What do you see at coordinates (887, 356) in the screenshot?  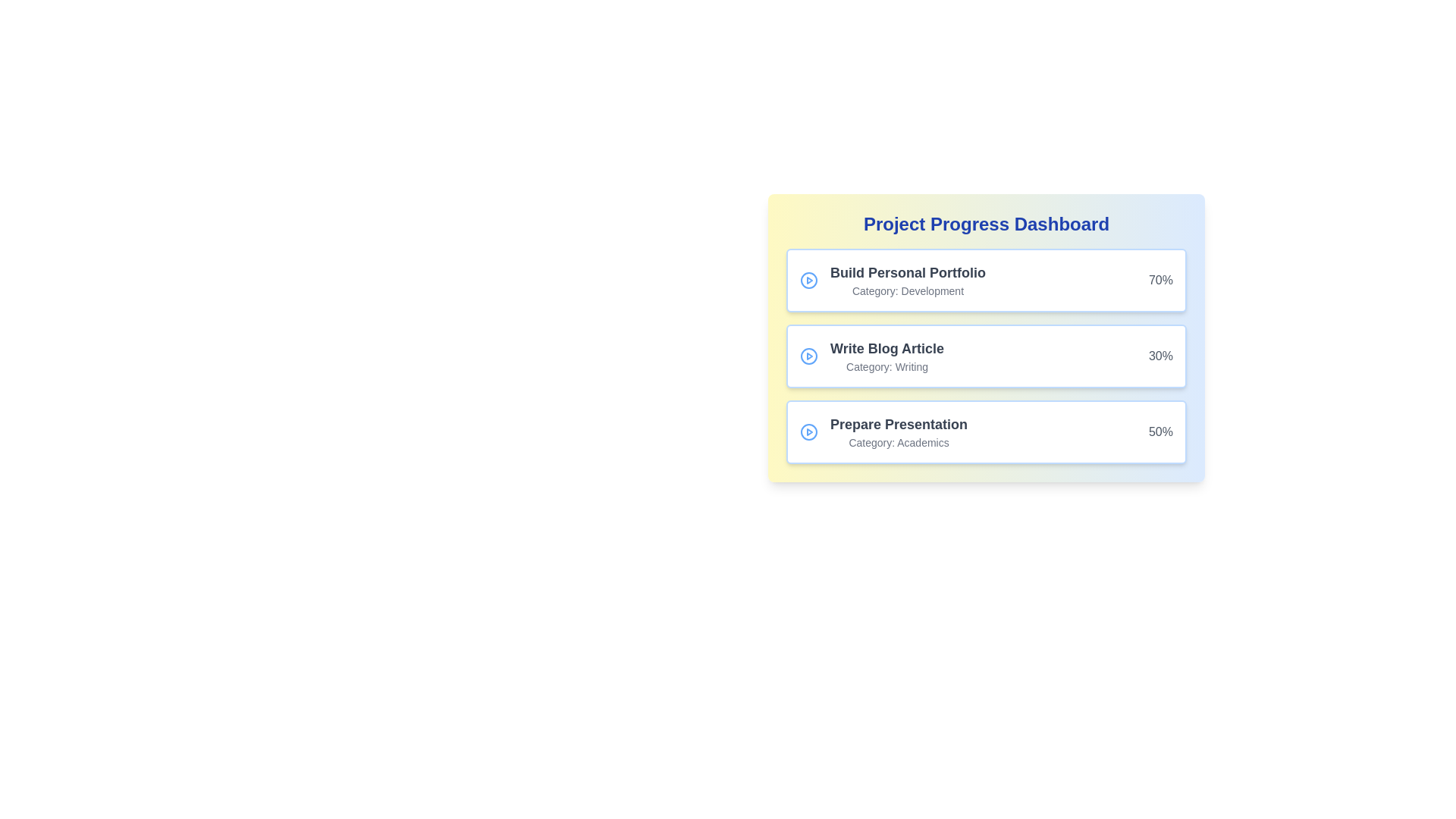 I see `the 'Write Blog Article' text display element located in the second card of the 'Project Progress Dashboard', which is centrally positioned between the 'Build Personal Portfolio' and 'Prepare Presentation' cards` at bounding box center [887, 356].